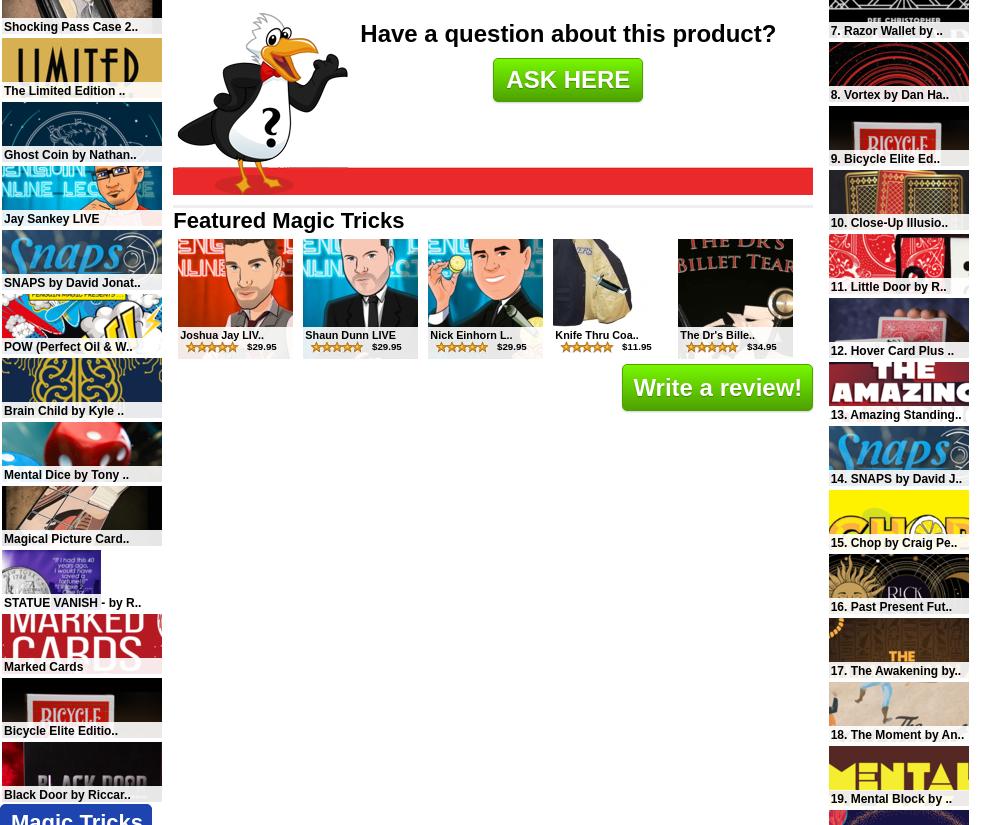  What do you see at coordinates (923, 684) in the screenshot?
I see `'65 reviews'` at bounding box center [923, 684].